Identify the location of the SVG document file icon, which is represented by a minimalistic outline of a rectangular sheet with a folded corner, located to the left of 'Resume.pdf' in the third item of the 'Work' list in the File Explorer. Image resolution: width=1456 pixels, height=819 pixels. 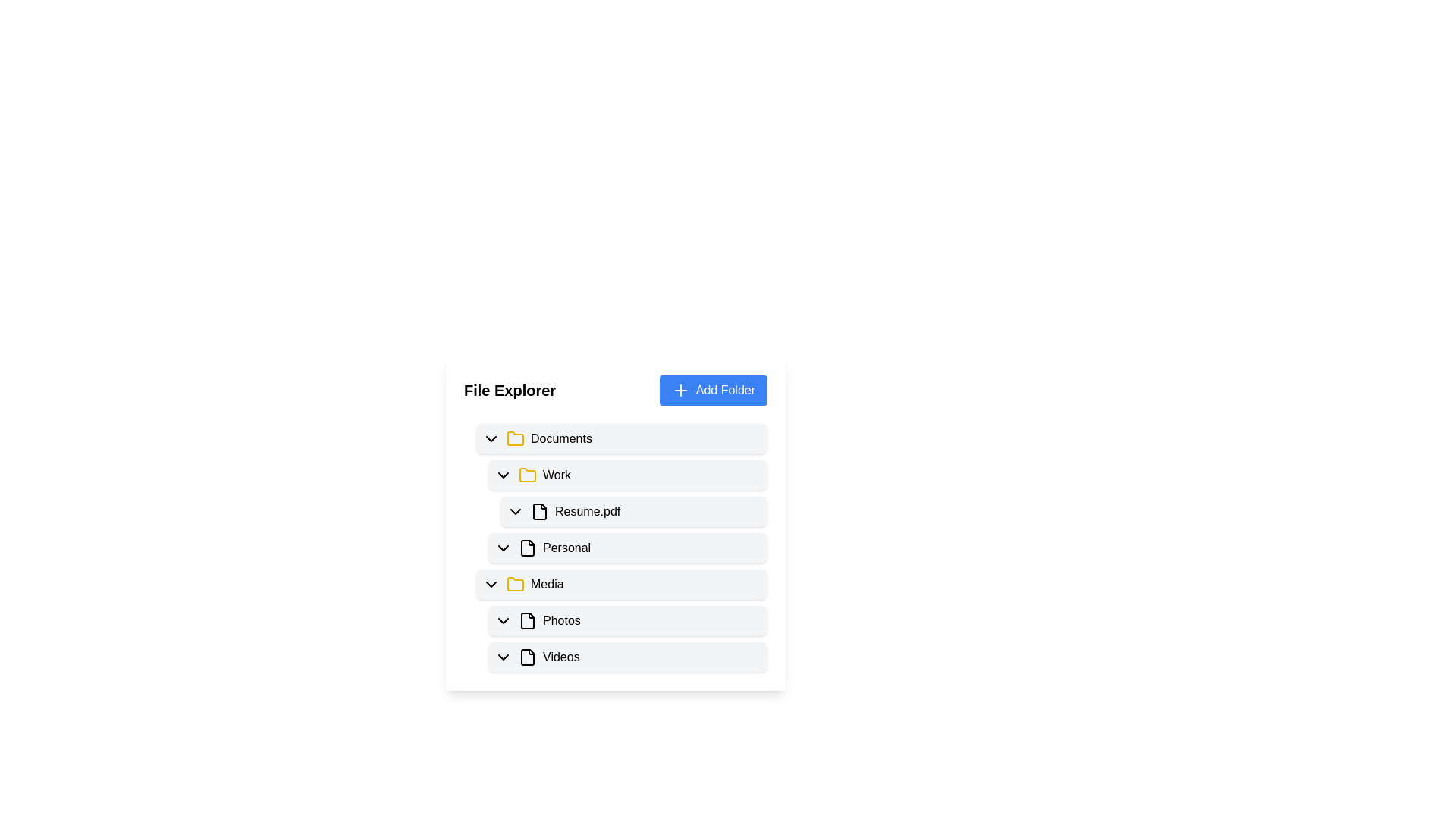
(539, 512).